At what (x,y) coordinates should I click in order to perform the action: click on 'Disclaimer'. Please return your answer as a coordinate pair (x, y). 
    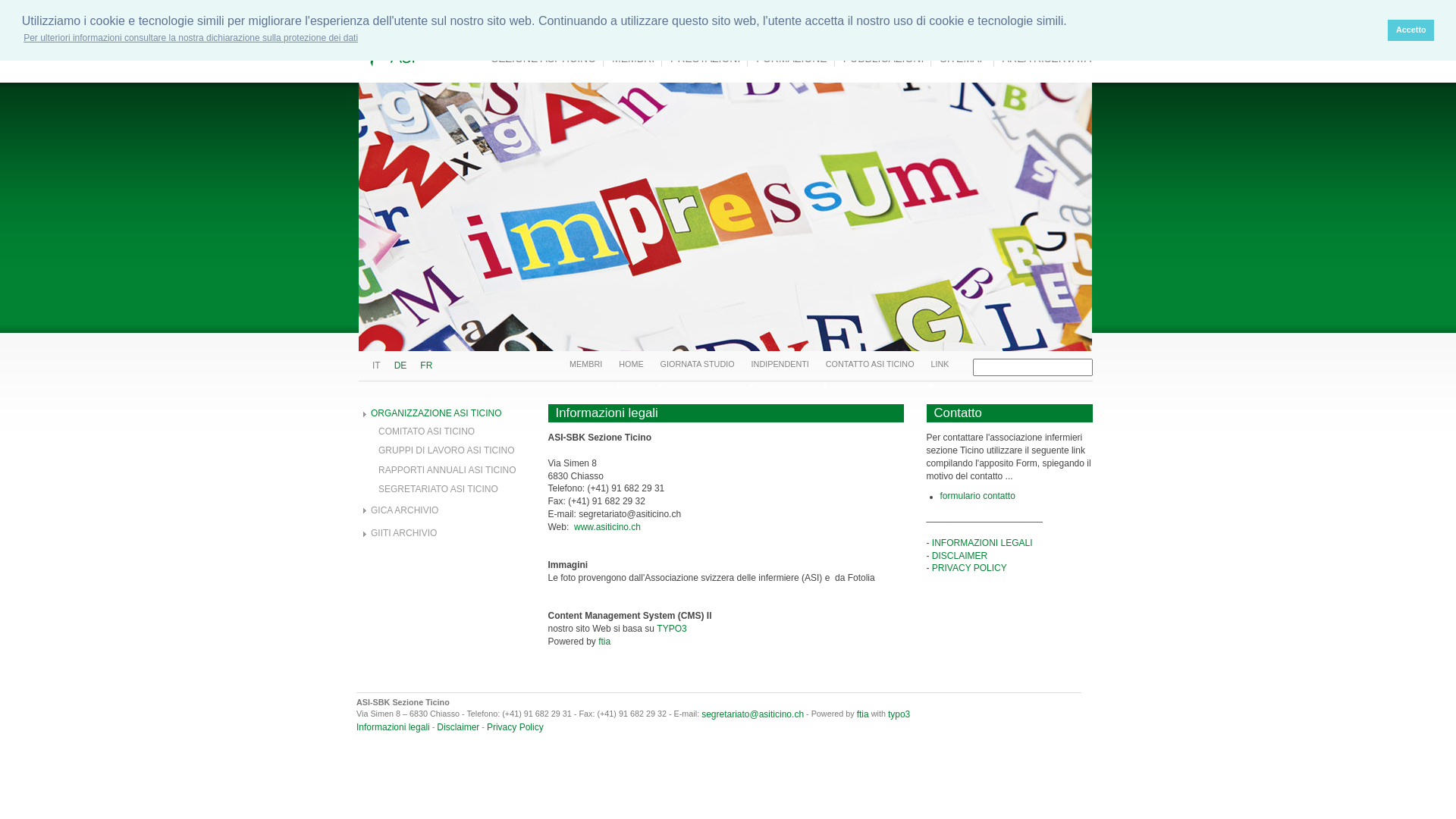
    Looking at the image, I should click on (457, 726).